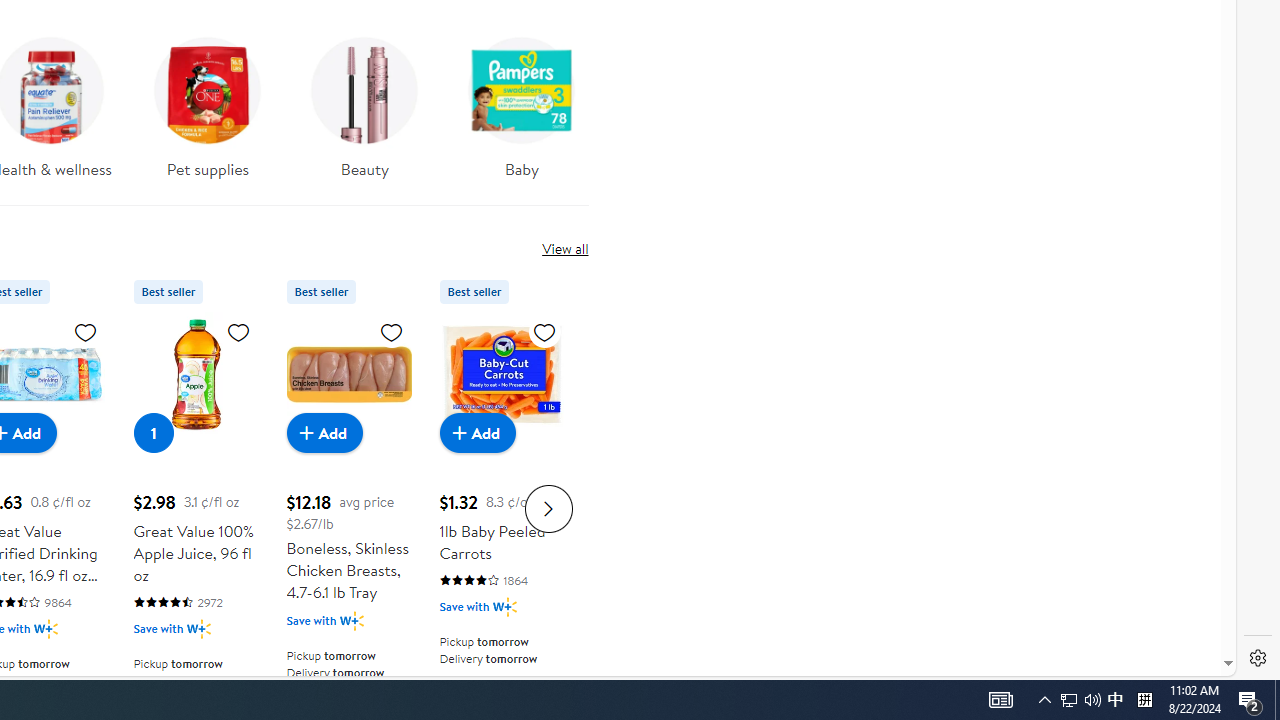 This screenshot has width=1280, height=720. I want to click on 'Great Value 100% Apple Juice, 96 fl oz', so click(195, 374).